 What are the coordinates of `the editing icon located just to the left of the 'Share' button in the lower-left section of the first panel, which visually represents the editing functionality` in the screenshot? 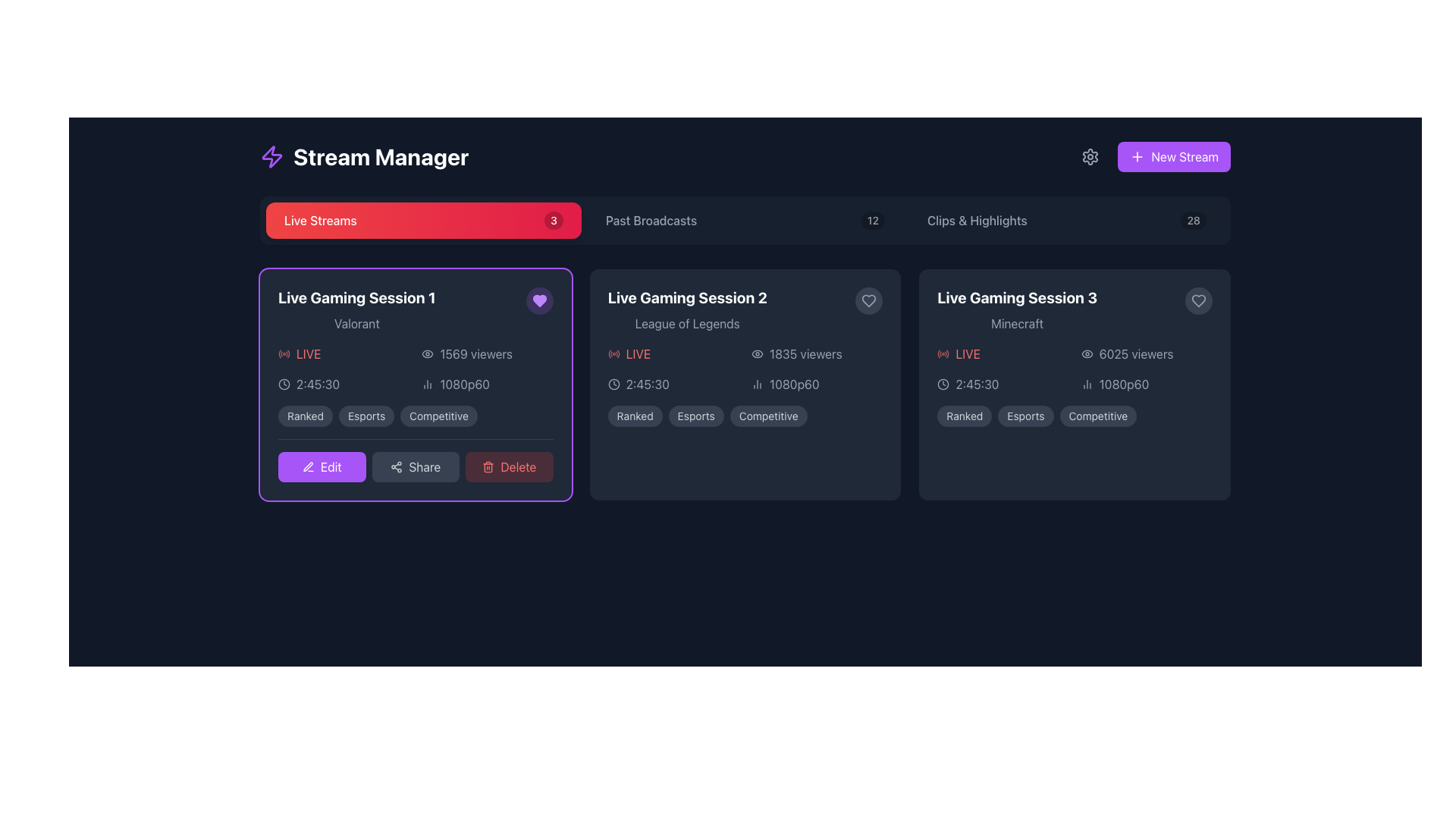 It's located at (307, 466).